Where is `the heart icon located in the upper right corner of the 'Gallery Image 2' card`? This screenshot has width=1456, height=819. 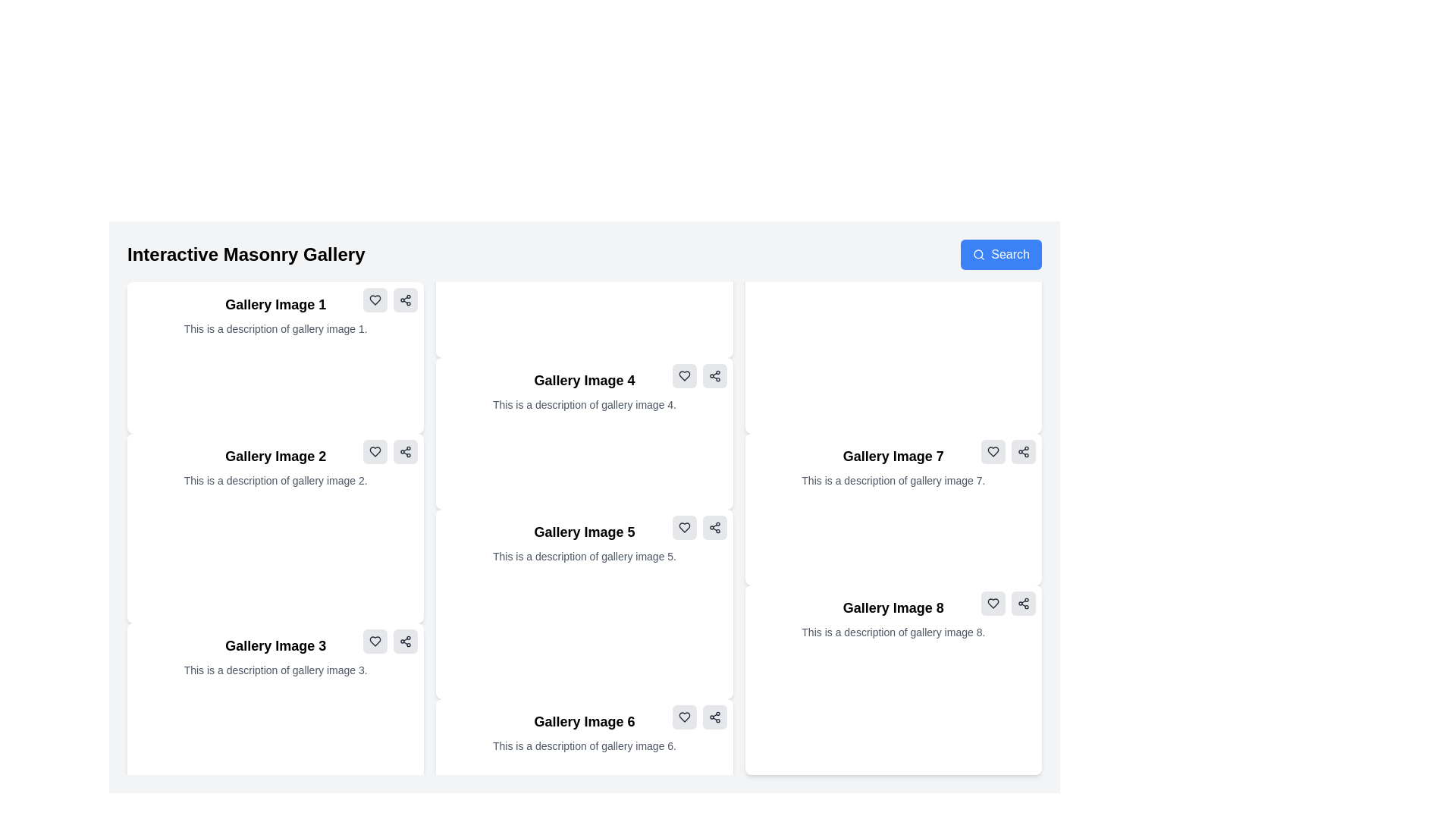 the heart icon located in the upper right corner of the 'Gallery Image 2' card is located at coordinates (375, 300).